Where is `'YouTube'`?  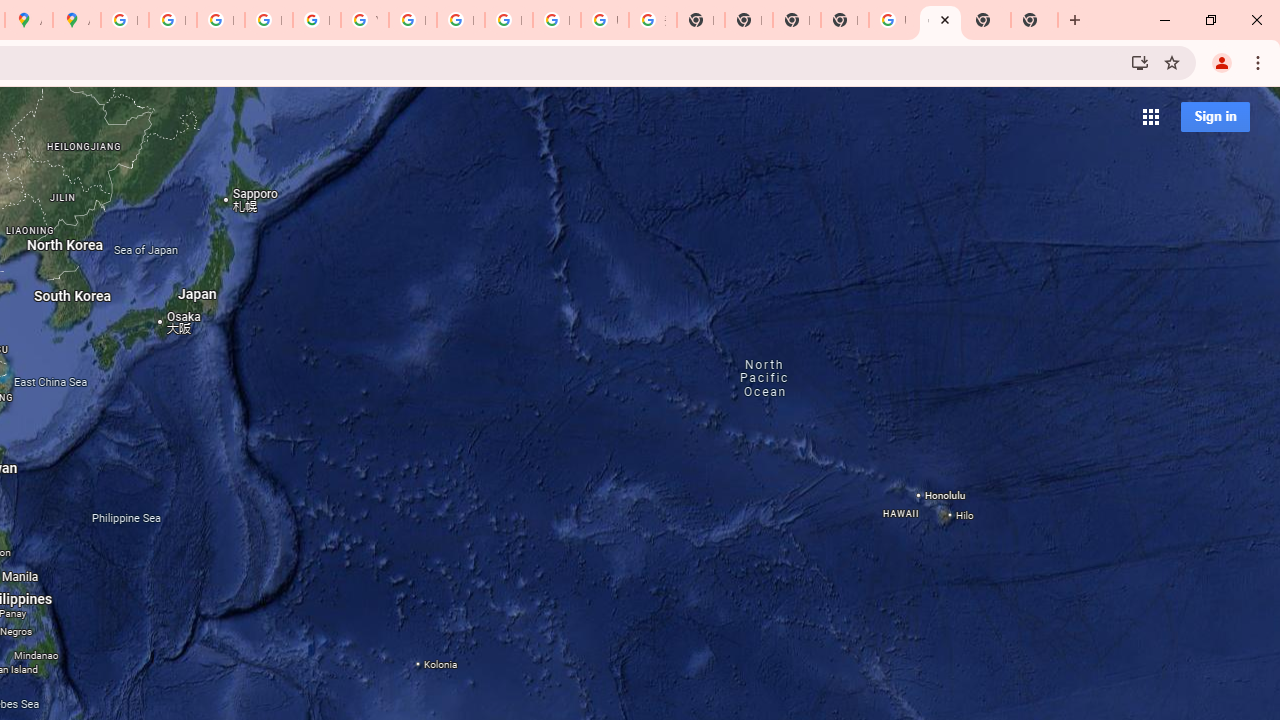 'YouTube' is located at coordinates (364, 20).